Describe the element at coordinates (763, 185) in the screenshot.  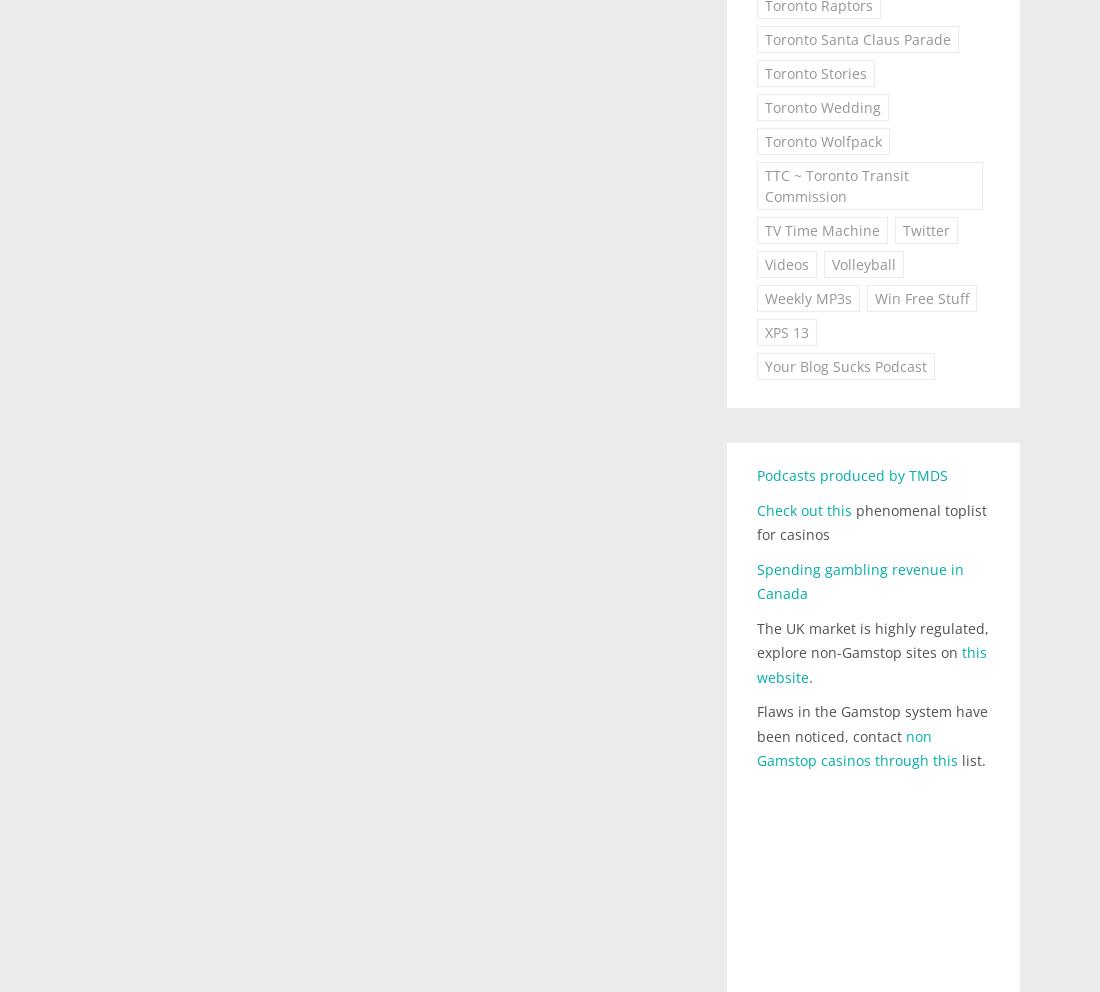
I see `'TTC ~ Toronto Transit Commission'` at that location.